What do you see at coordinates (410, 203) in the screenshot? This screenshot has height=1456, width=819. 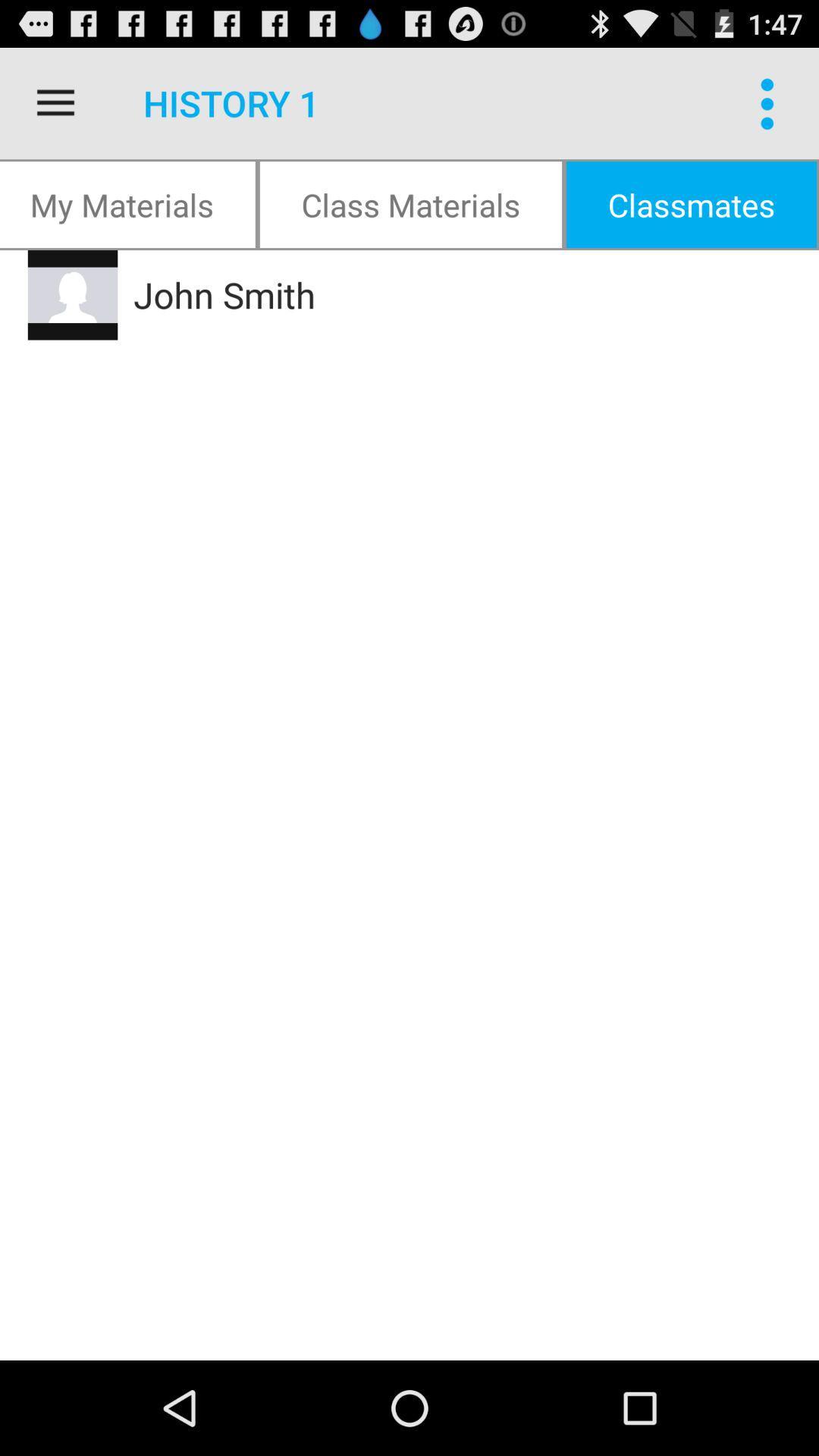 I see `item below history 1 item` at bounding box center [410, 203].